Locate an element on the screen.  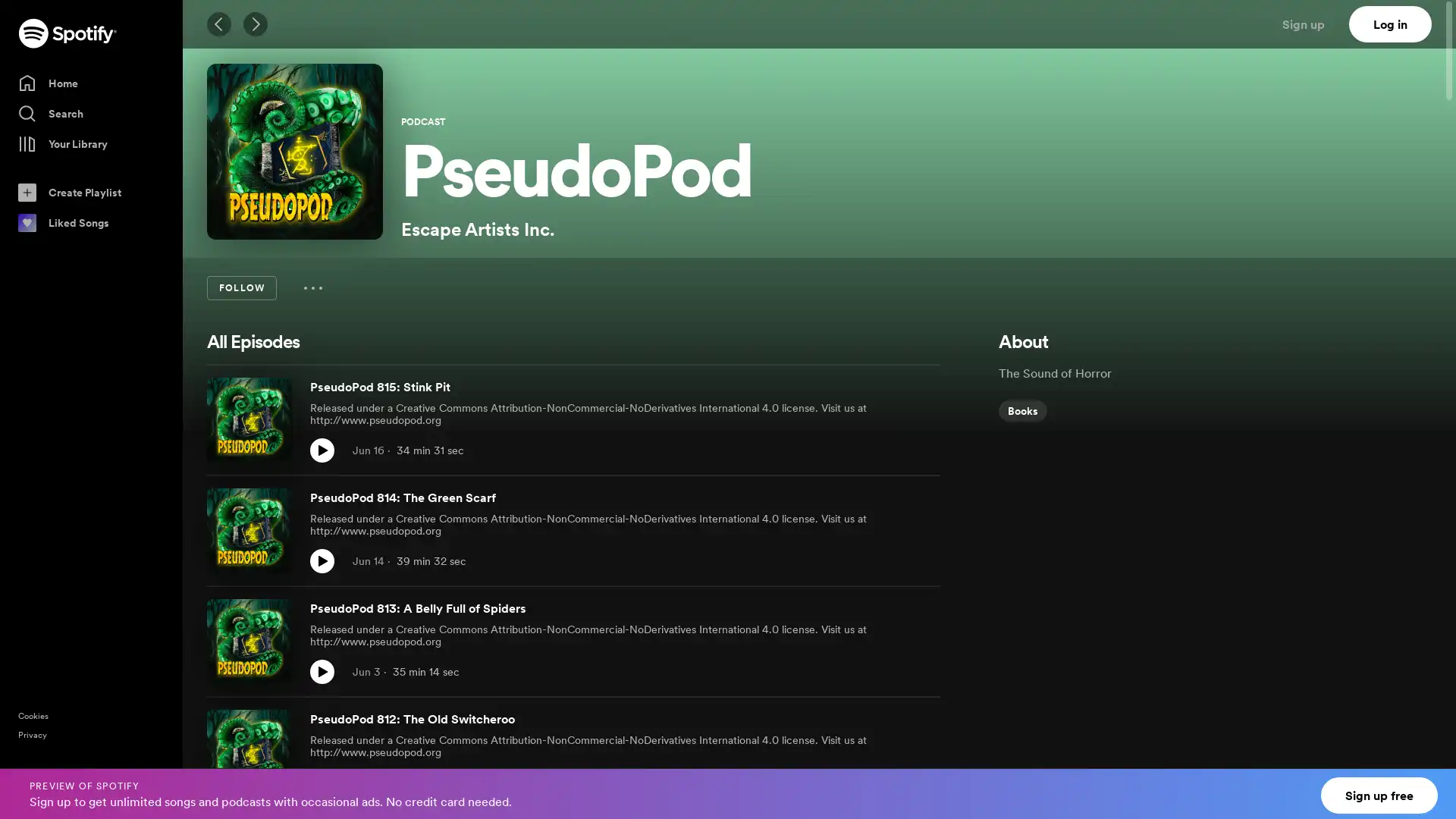
Log in is located at coordinates (1390, 24).